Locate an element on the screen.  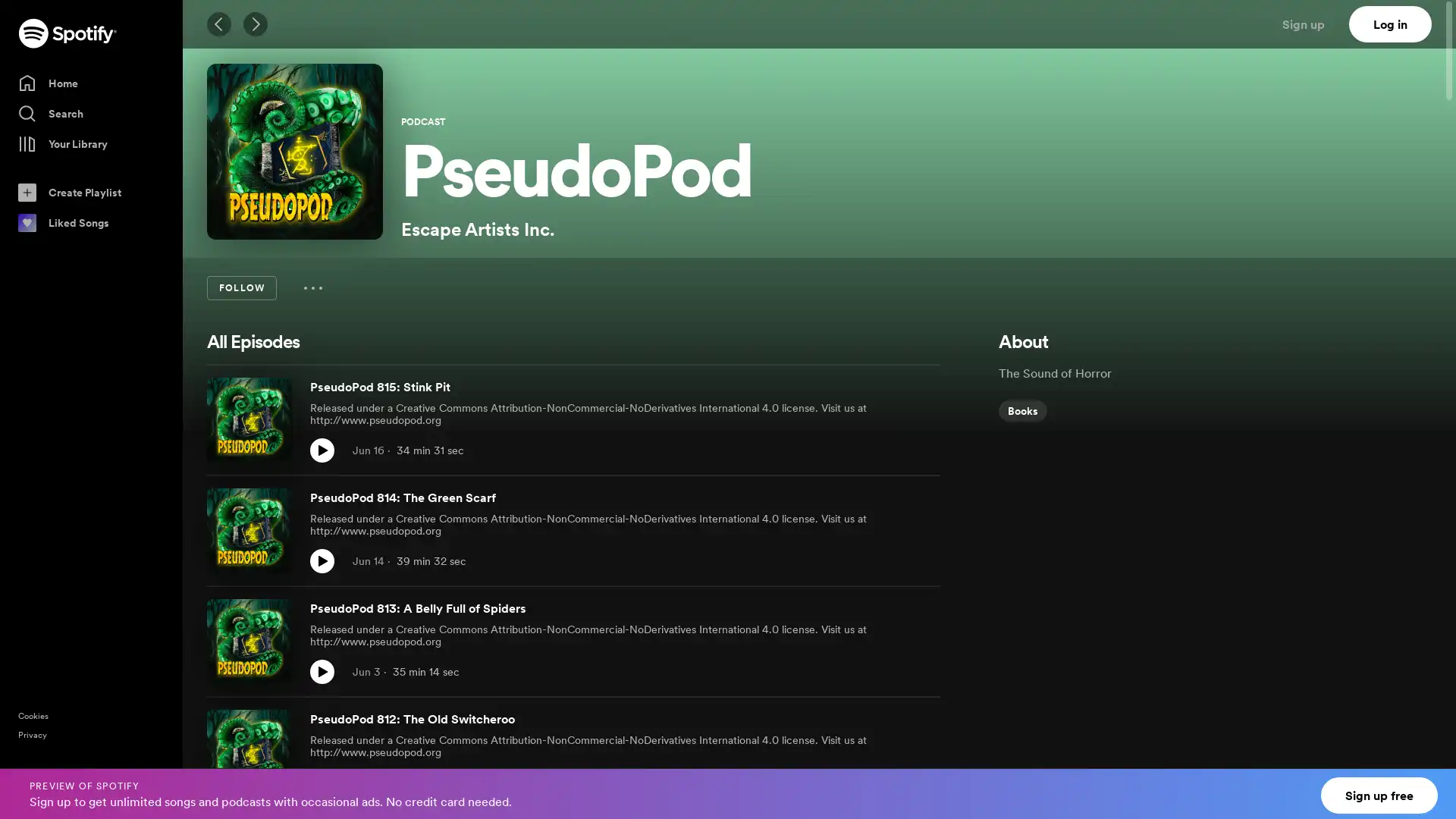
Log in is located at coordinates (1390, 24).